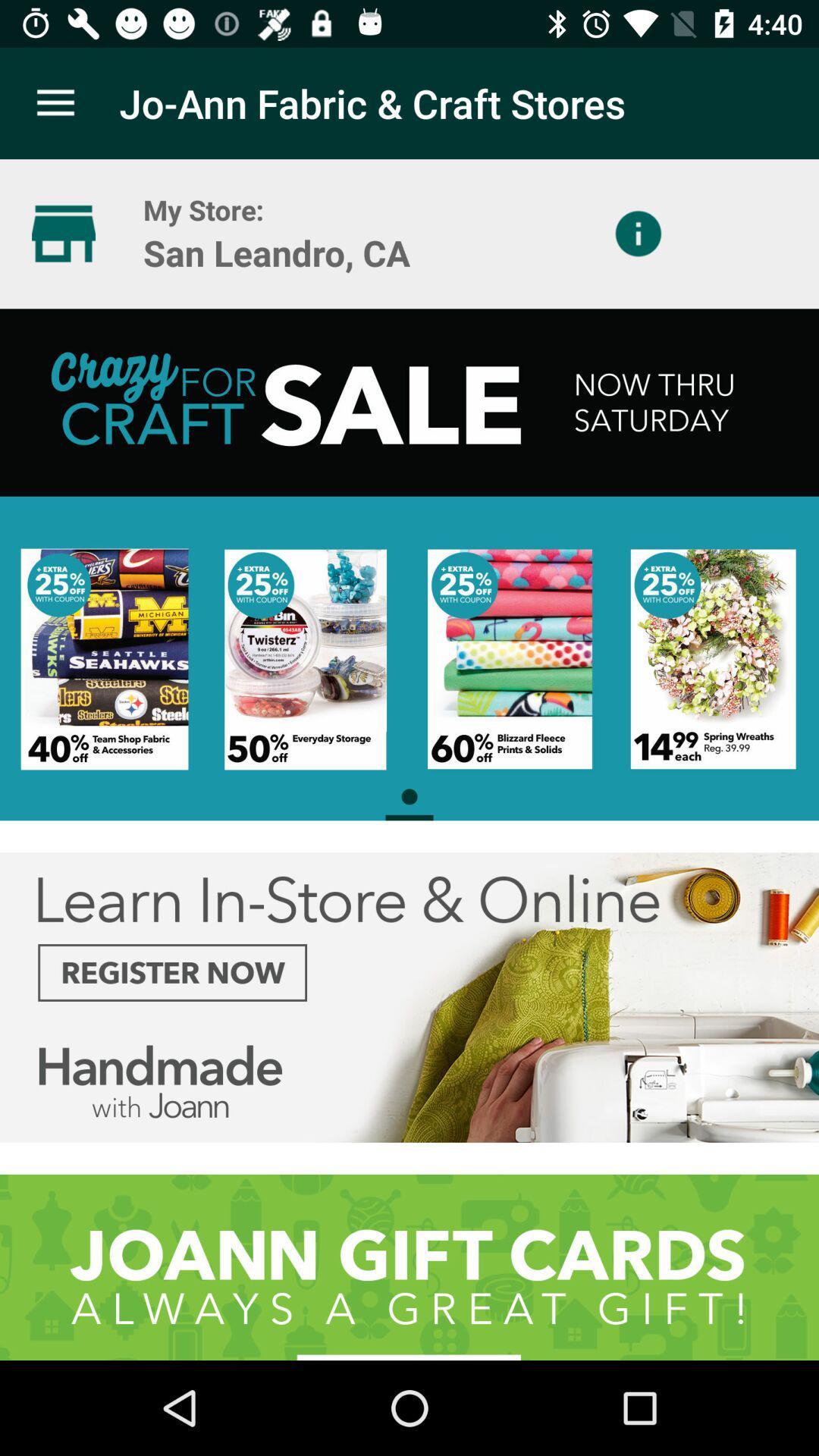 This screenshot has width=819, height=1456. What do you see at coordinates (638, 233) in the screenshot?
I see `icon to the right of the san leandro, ca item` at bounding box center [638, 233].